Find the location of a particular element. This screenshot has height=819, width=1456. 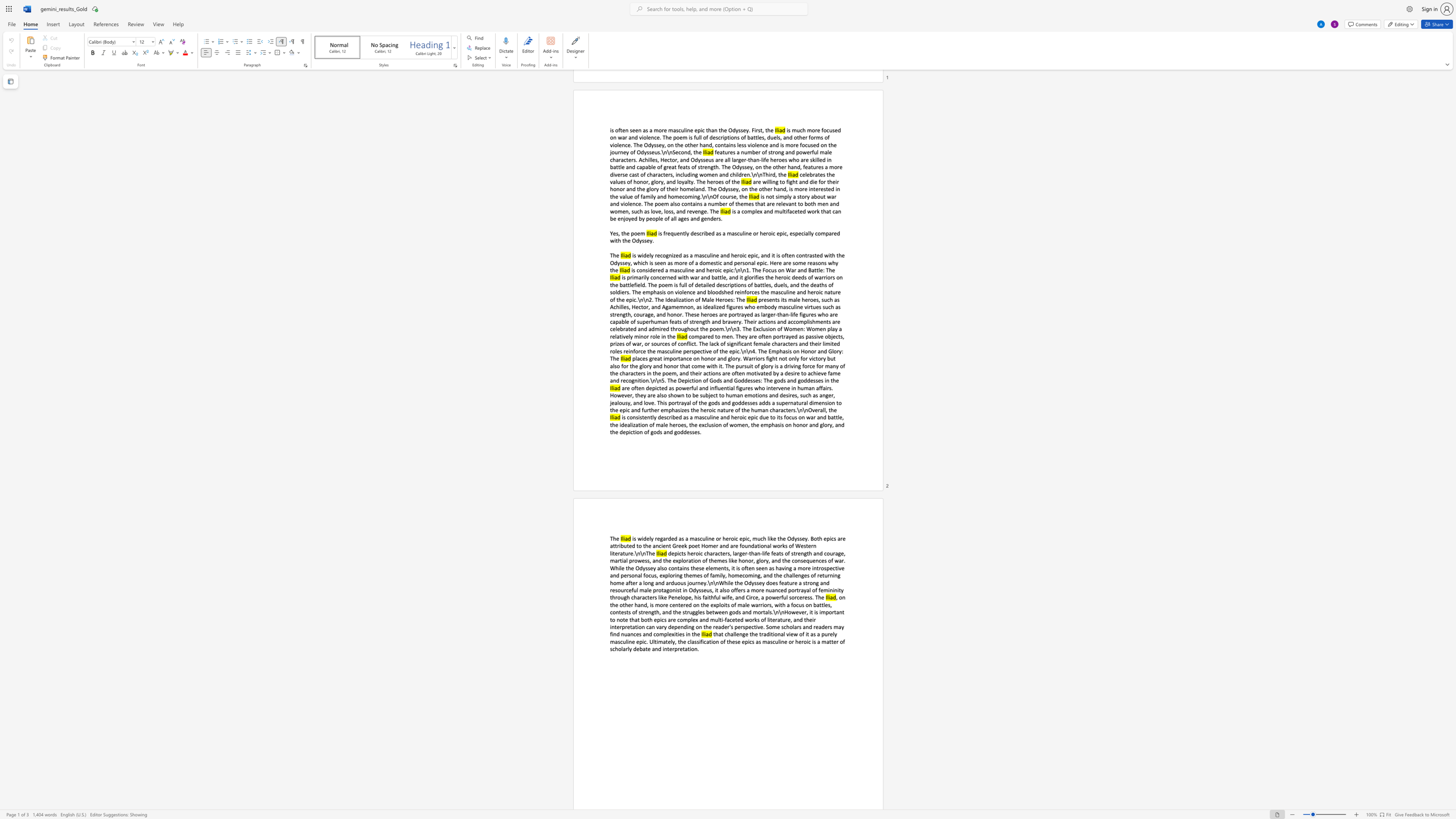

the subset text "seen as having a more introspective and personal focus, exploring themes of family, homecoming, and the challenges of returning home after a long and arduous journey.\n\nWhil" within the text "depicts heroic characters, larger-than-life feats of strength and courage, martial prowess, and the exploration of themes like honor, glory, and the consequences of war. While the Odyssey also contains these elements, it is often seen as having a more introspective and personal focus, exploring themes of family, homecoming, and the challenges of returning home after a long and arduous journey.\n\nWhile the Odyssey does feature a strong and resourceful male protagonist in Odysseus, it also offers a more nuanced portrayal of femininity through characters like Penelope, his faithful wife, and Circe, a powerful sorceress. The" is located at coordinates (756, 567).